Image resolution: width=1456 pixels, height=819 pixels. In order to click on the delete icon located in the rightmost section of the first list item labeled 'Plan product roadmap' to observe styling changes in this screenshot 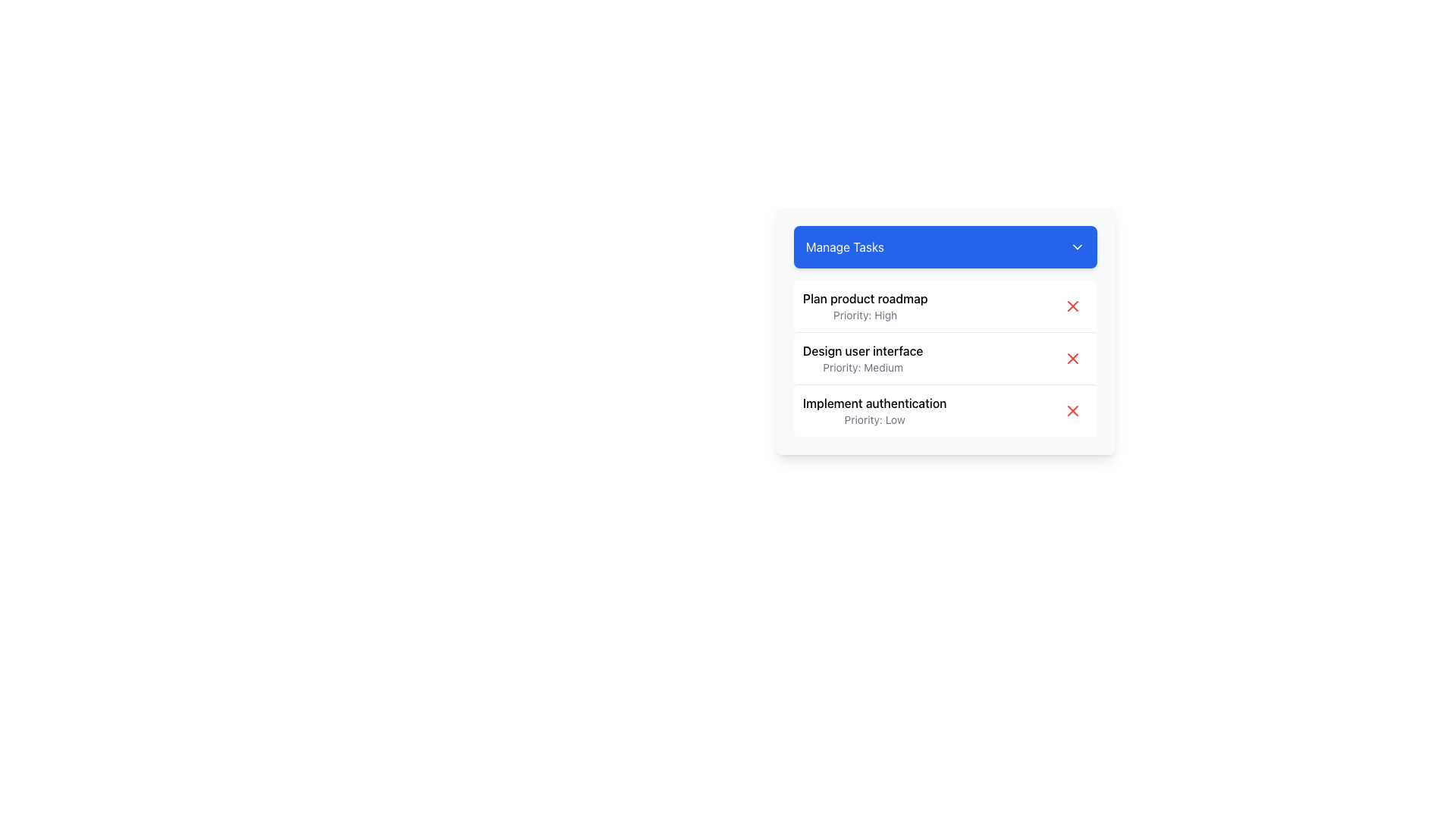, I will do `click(1072, 306)`.